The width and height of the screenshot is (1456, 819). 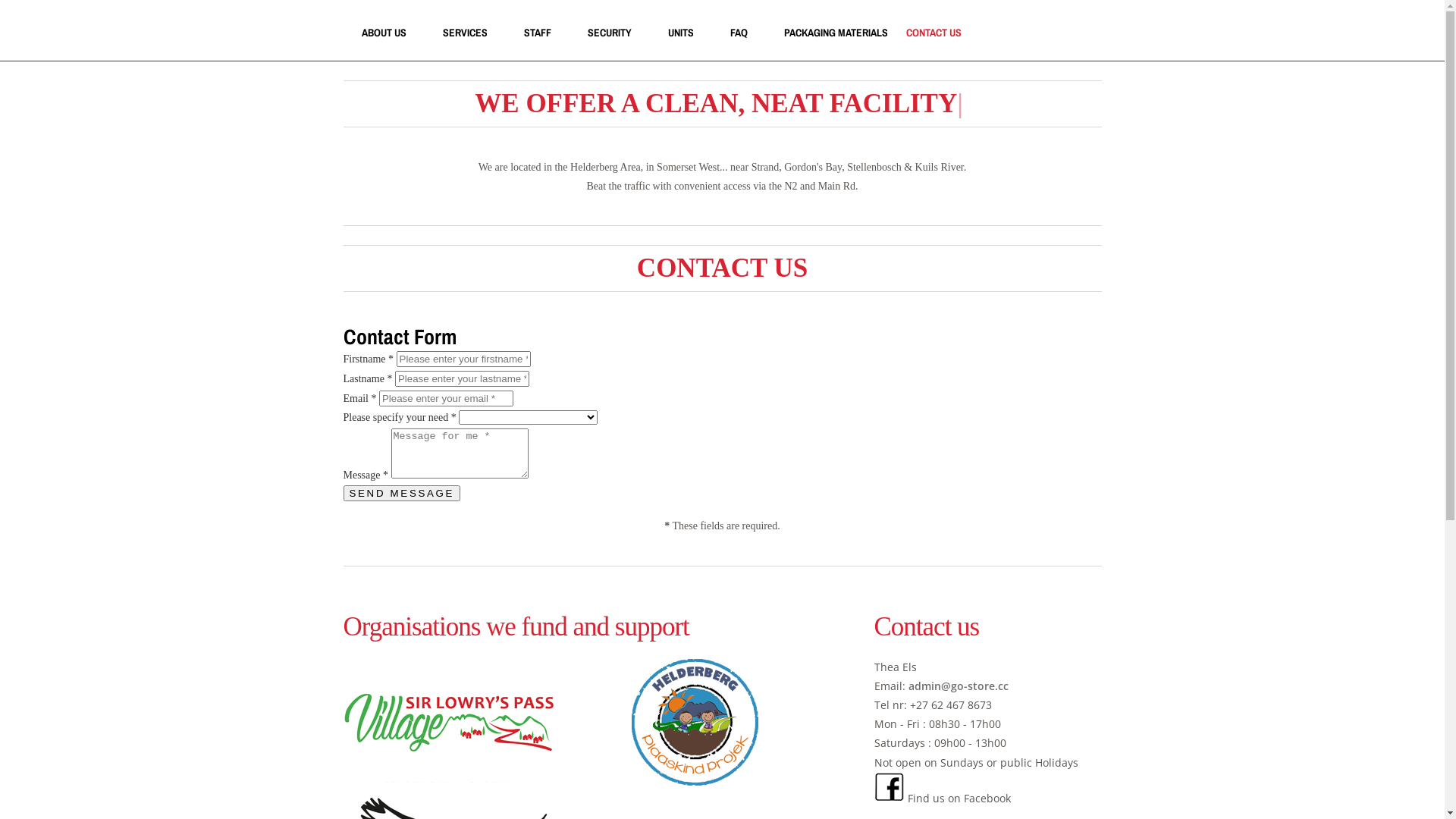 What do you see at coordinates (932, 32) in the screenshot?
I see `'CONTACT US'` at bounding box center [932, 32].